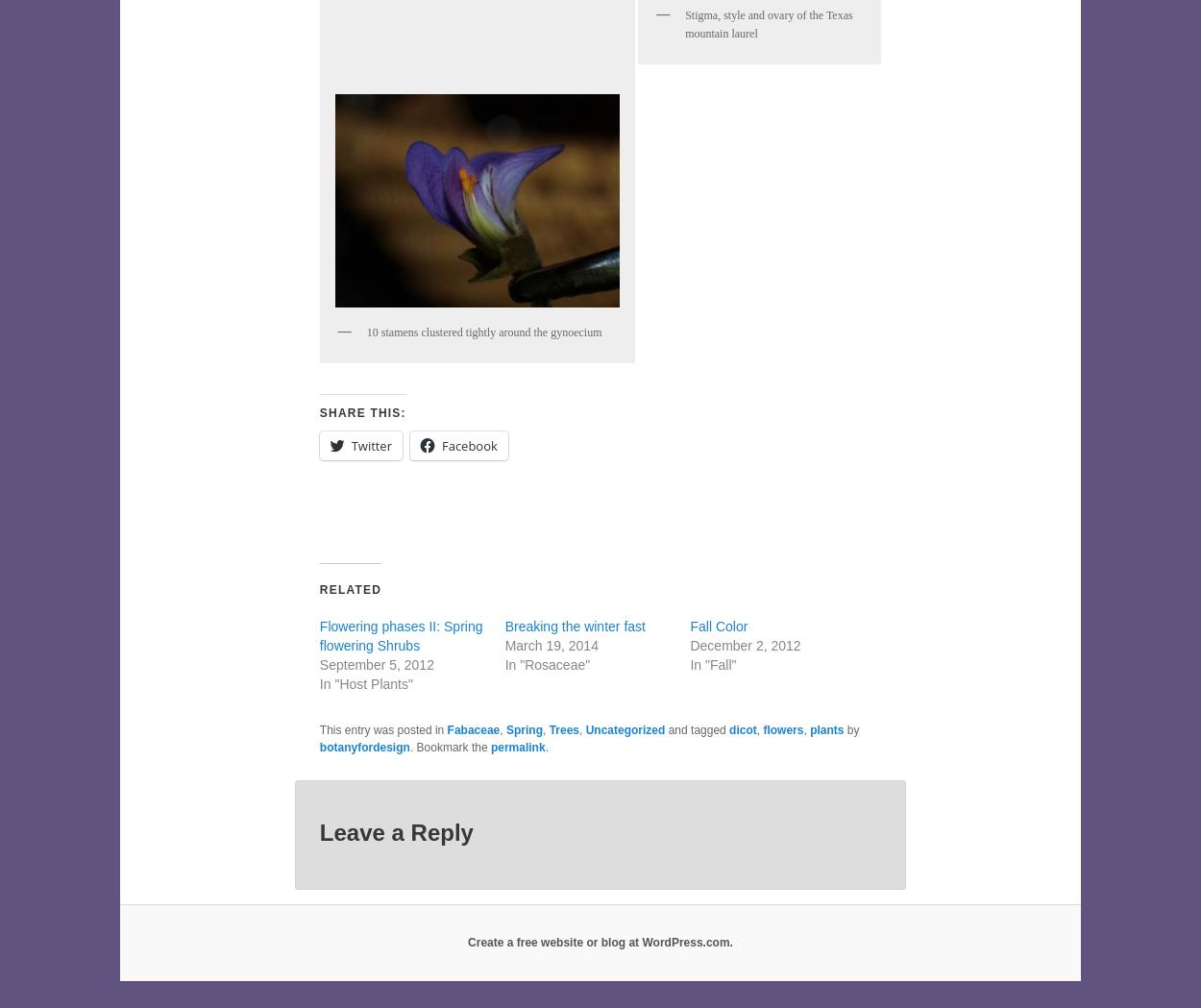  What do you see at coordinates (349, 589) in the screenshot?
I see `'Related'` at bounding box center [349, 589].